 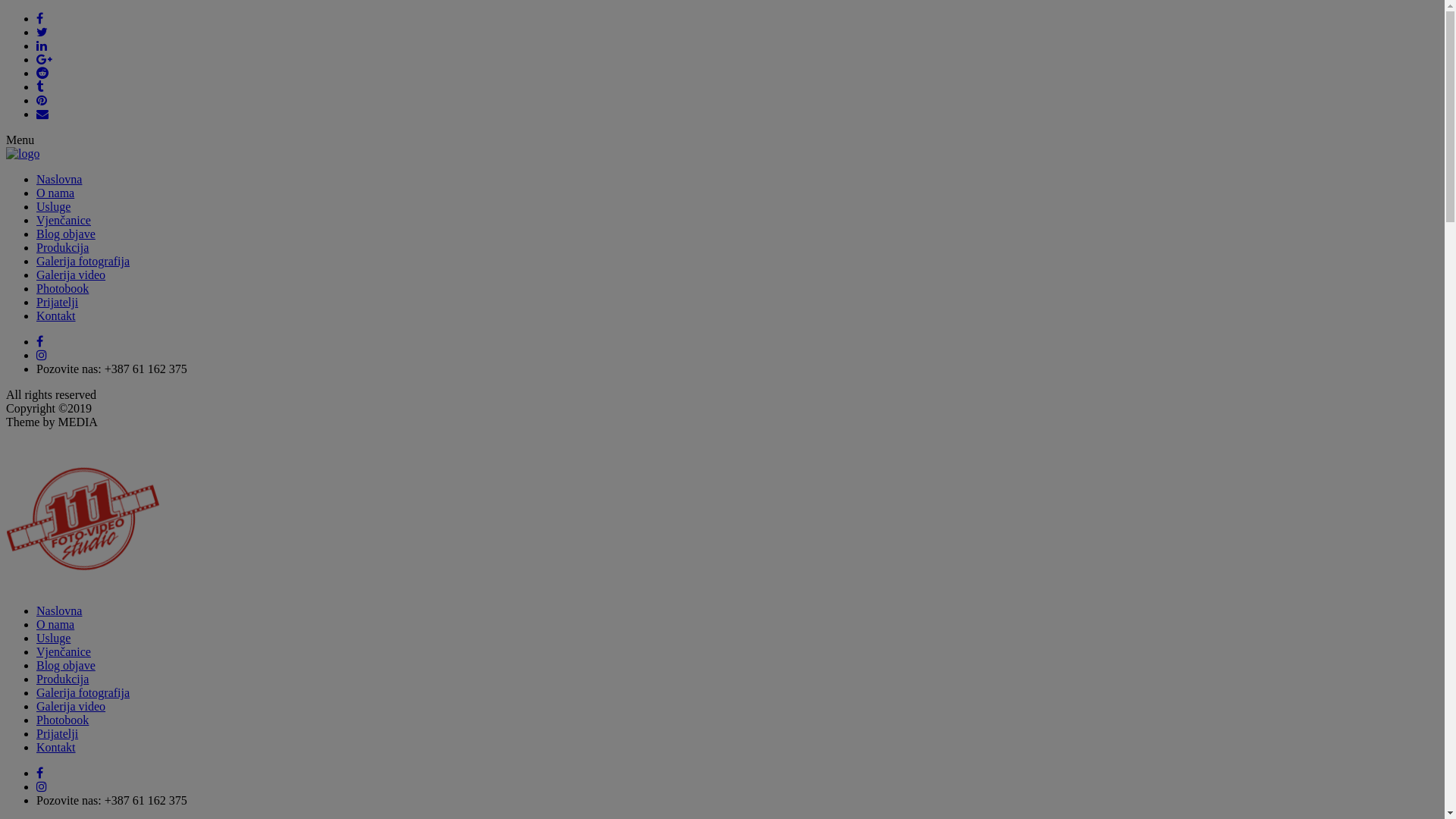 I want to click on 'Kontakt', so click(x=55, y=746).